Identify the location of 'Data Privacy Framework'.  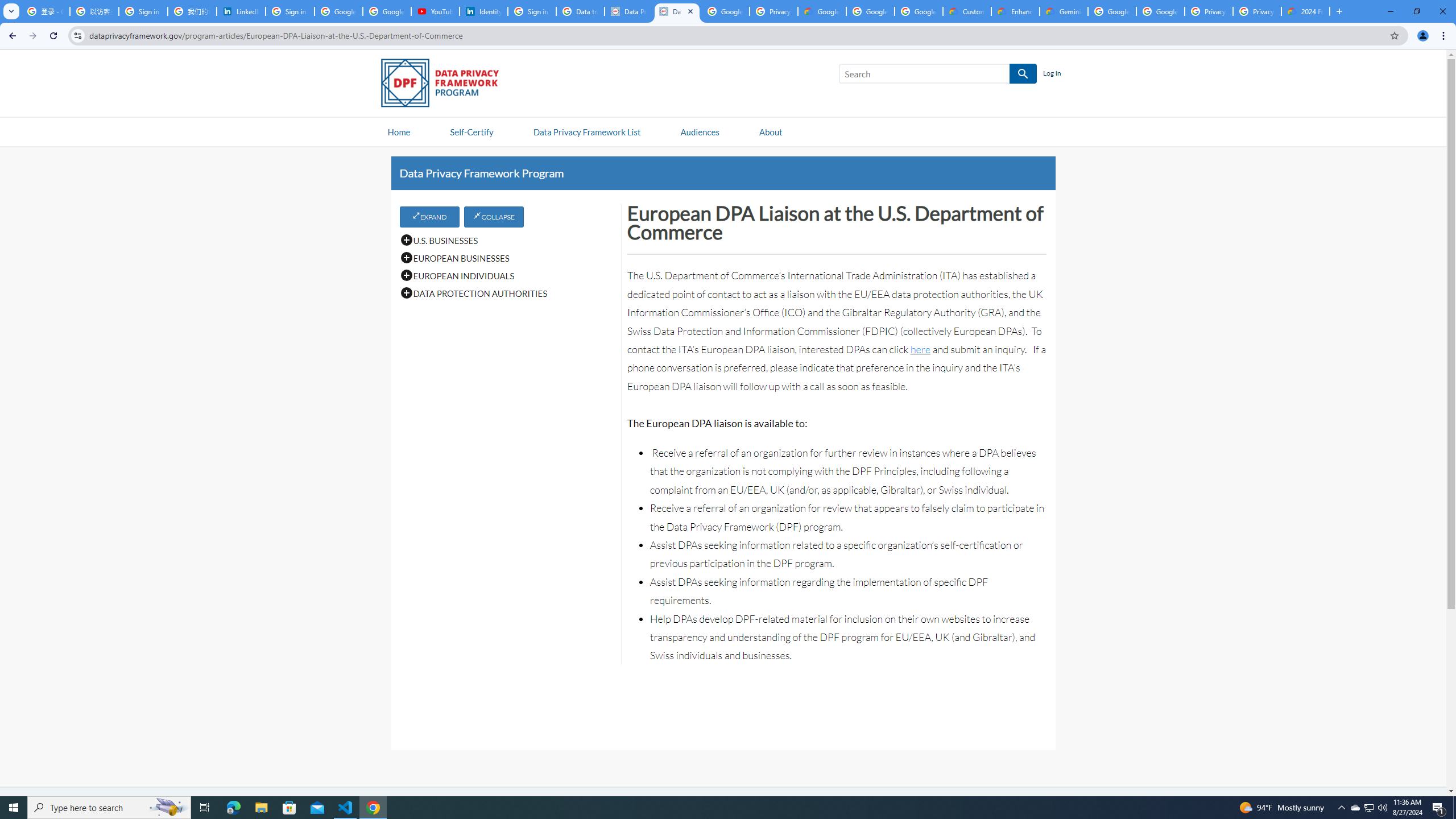
(628, 11).